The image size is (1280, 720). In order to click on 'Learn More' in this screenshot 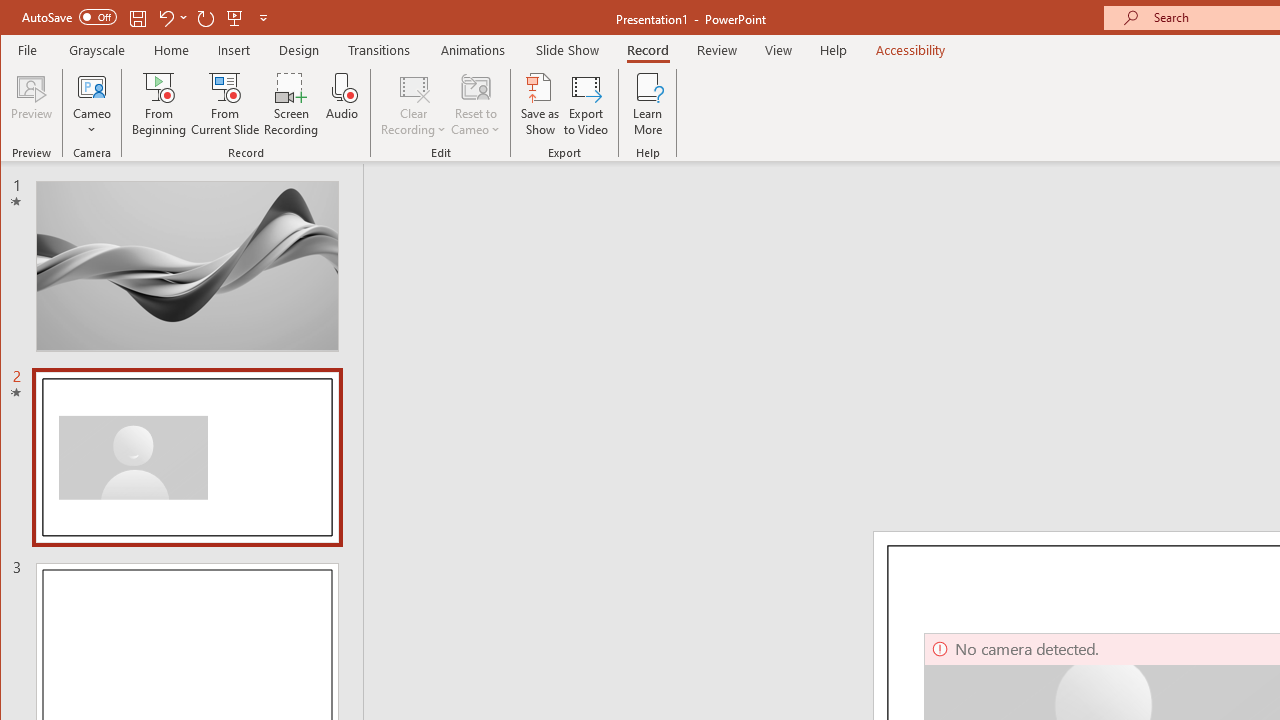, I will do `click(648, 104)`.